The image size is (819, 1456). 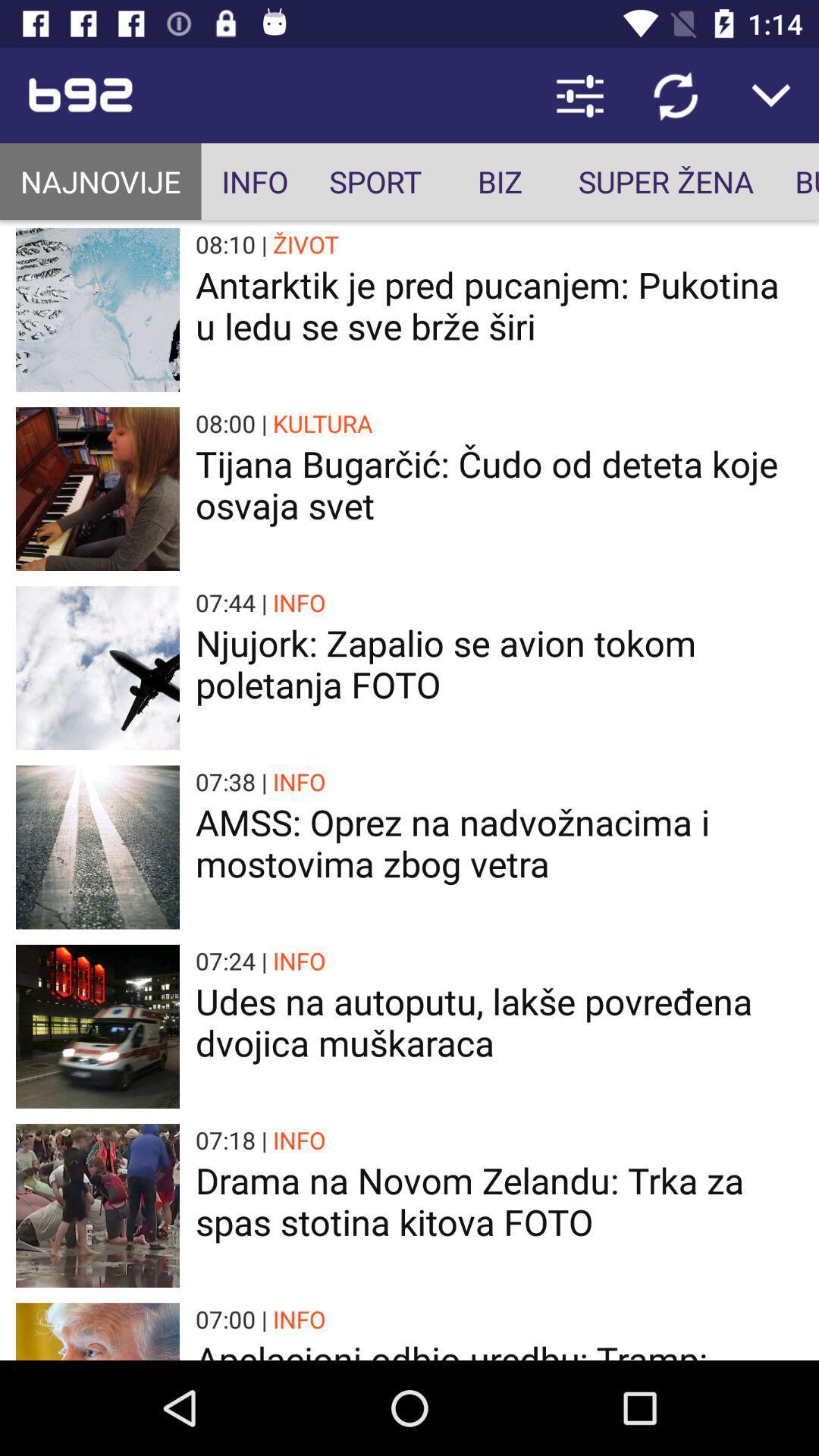 I want to click on the icon to the right of 08:00 |  item, so click(x=322, y=423).